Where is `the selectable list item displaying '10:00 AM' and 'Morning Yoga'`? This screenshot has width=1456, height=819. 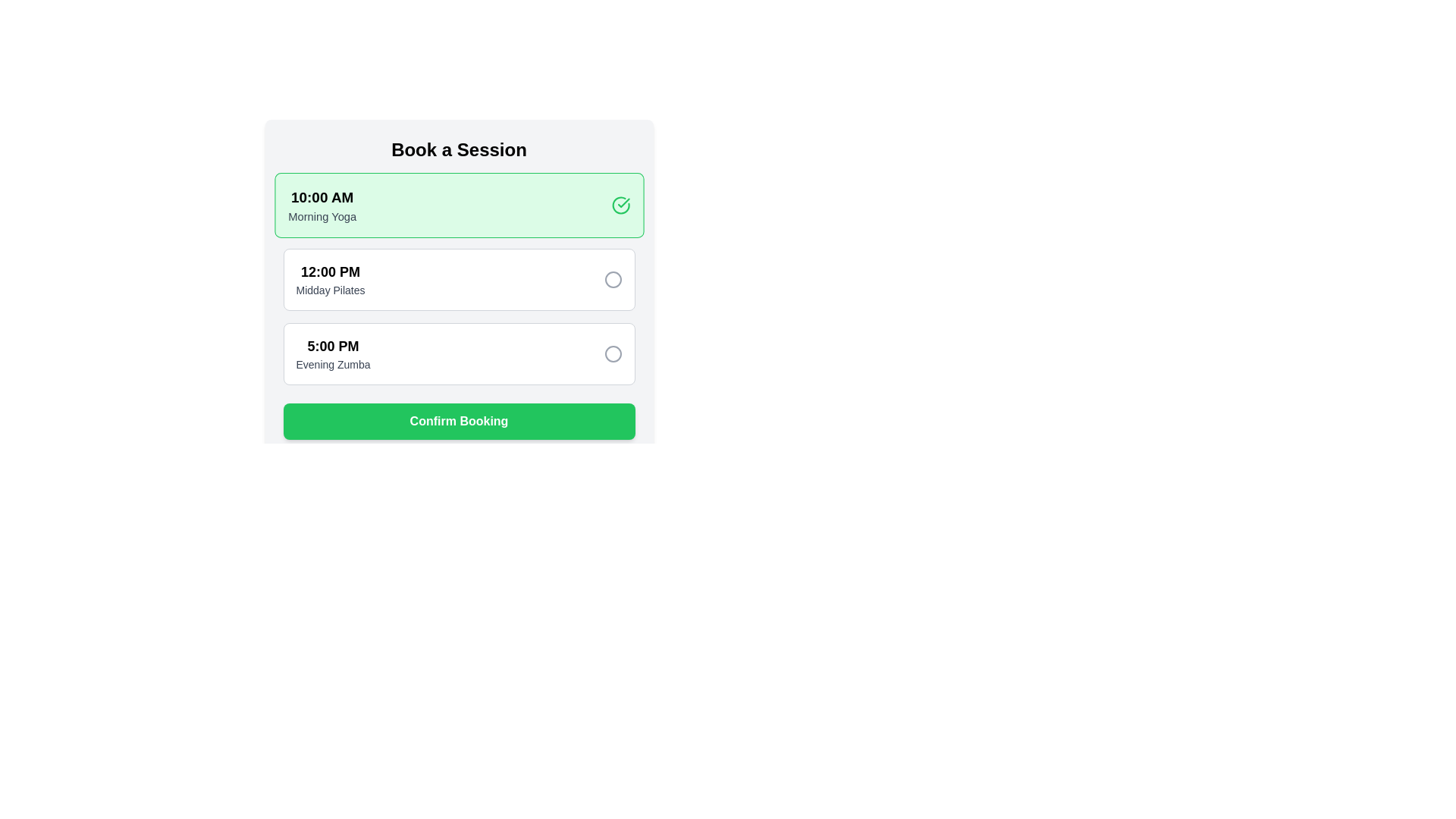 the selectable list item displaying '10:00 AM' and 'Morning Yoga' is located at coordinates (458, 205).